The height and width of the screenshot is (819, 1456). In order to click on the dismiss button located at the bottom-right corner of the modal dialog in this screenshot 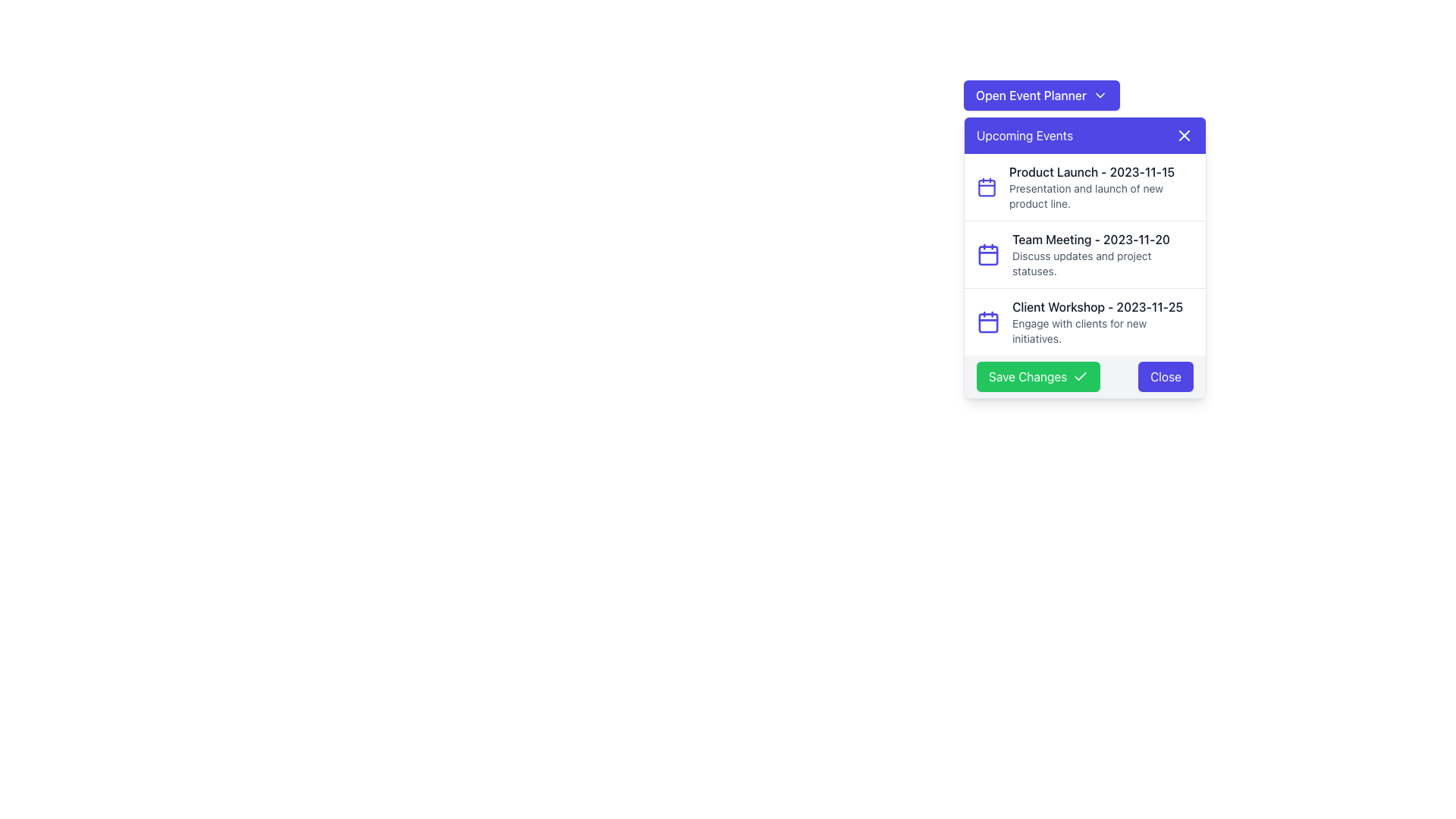, I will do `click(1165, 376)`.